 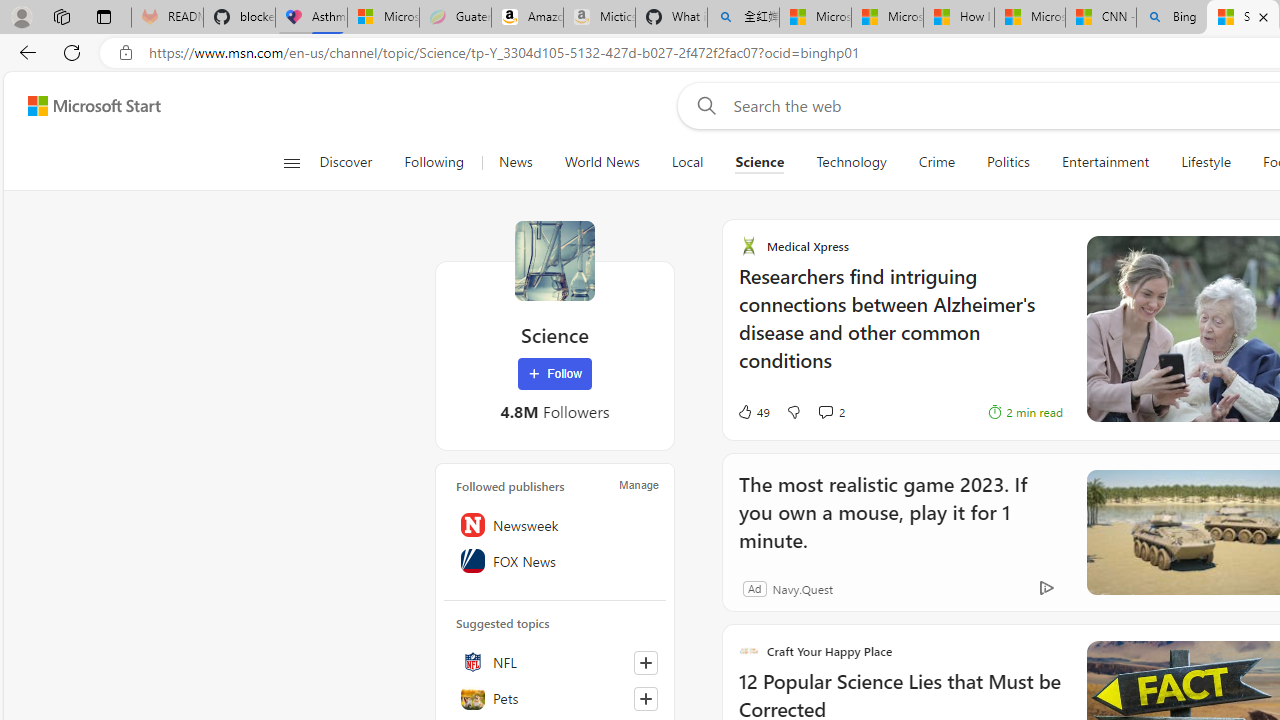 What do you see at coordinates (830, 411) in the screenshot?
I see `'View comments 2 Comment'` at bounding box center [830, 411].